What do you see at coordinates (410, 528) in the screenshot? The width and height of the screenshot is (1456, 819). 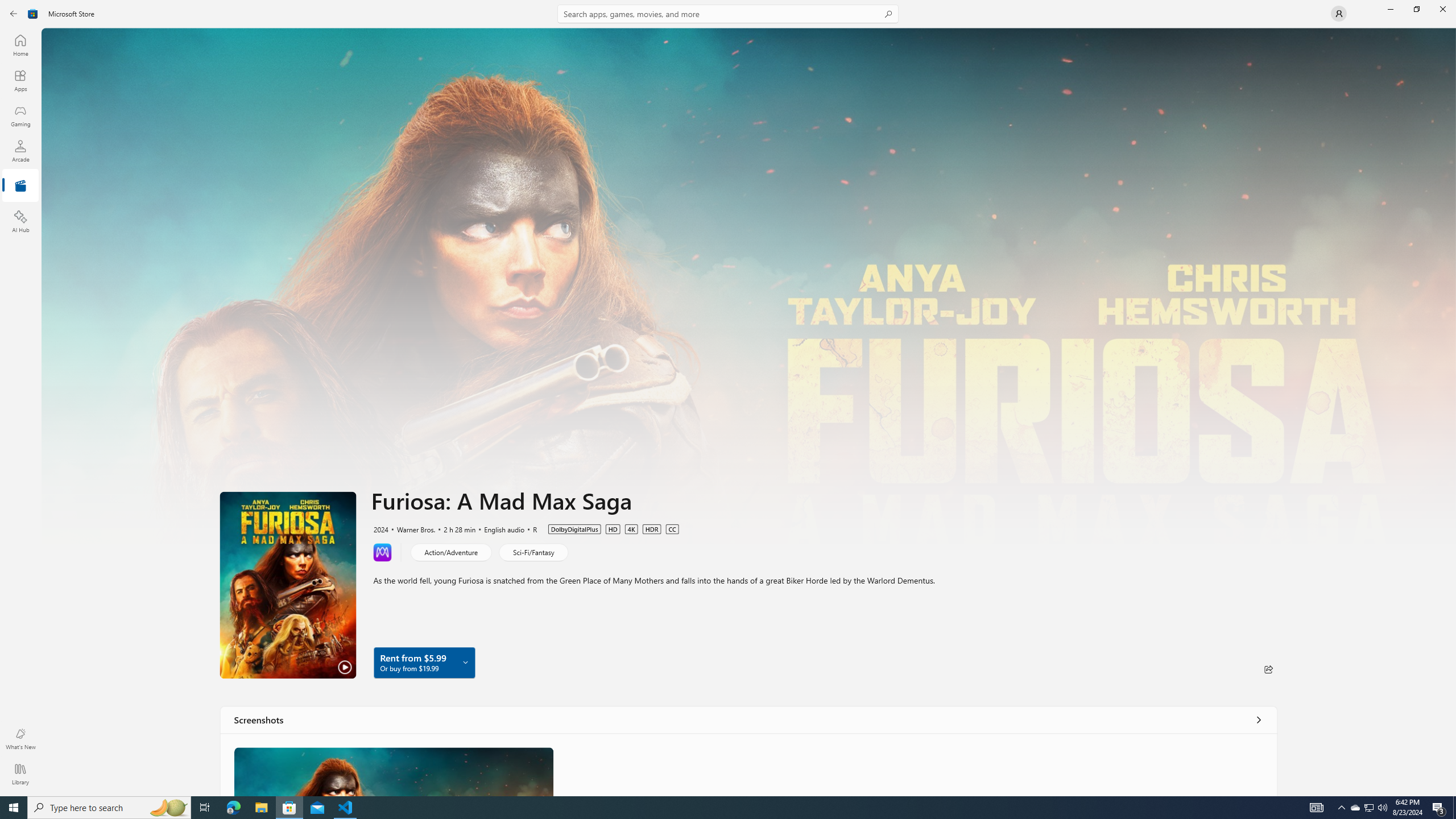 I see `'Warner Bros.'` at bounding box center [410, 528].